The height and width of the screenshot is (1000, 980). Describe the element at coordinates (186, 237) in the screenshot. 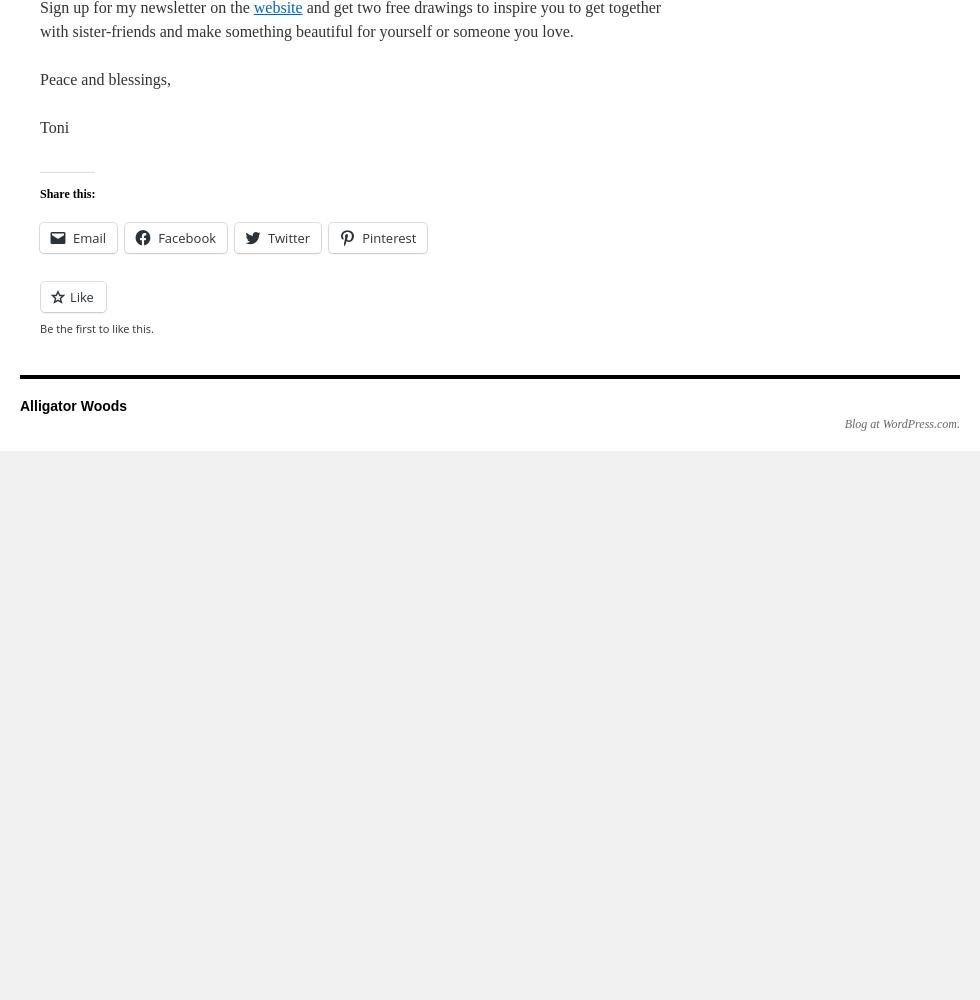

I see `'Facebook'` at that location.